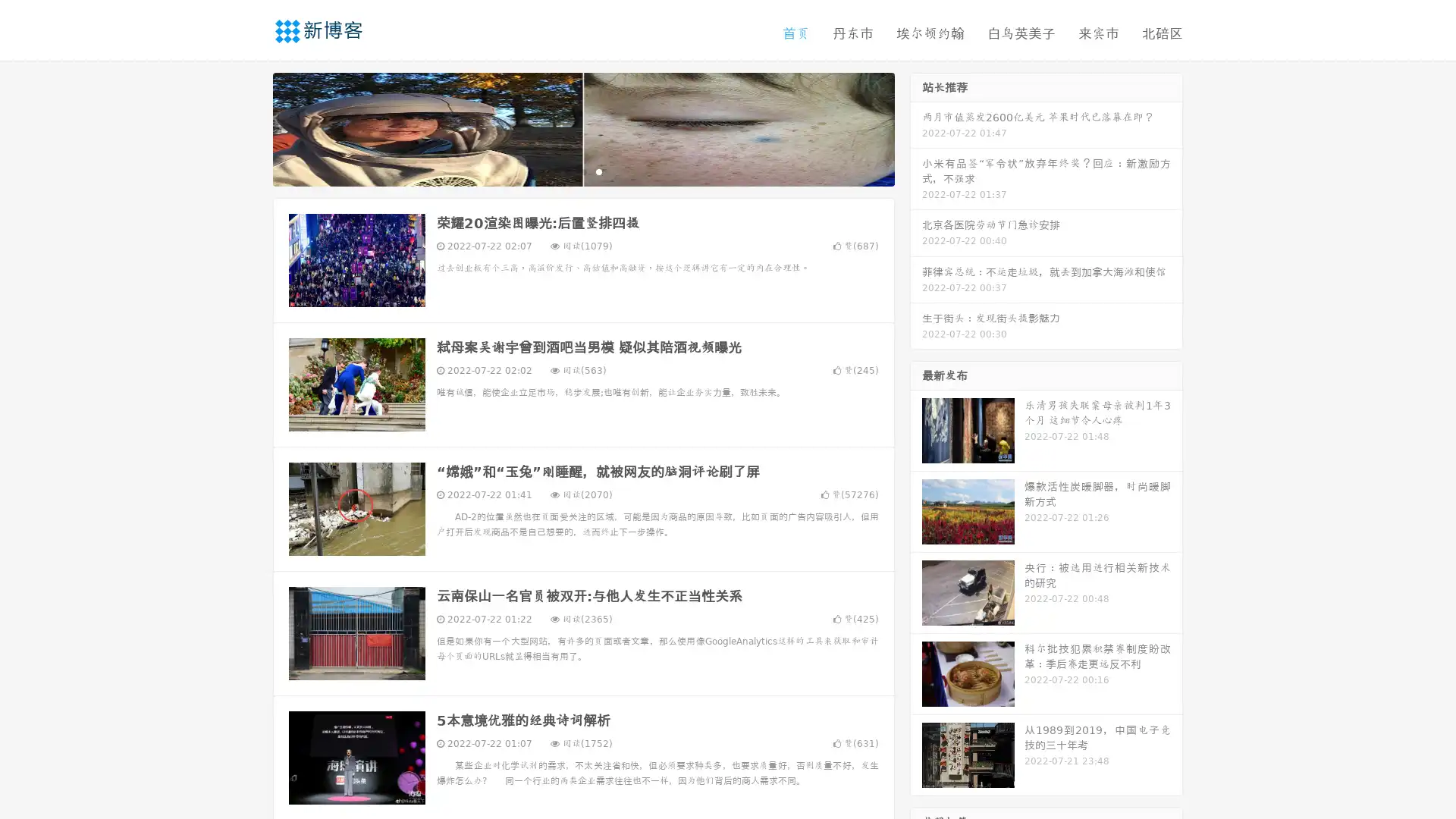  Describe the element at coordinates (916, 127) in the screenshot. I see `Next slide` at that location.